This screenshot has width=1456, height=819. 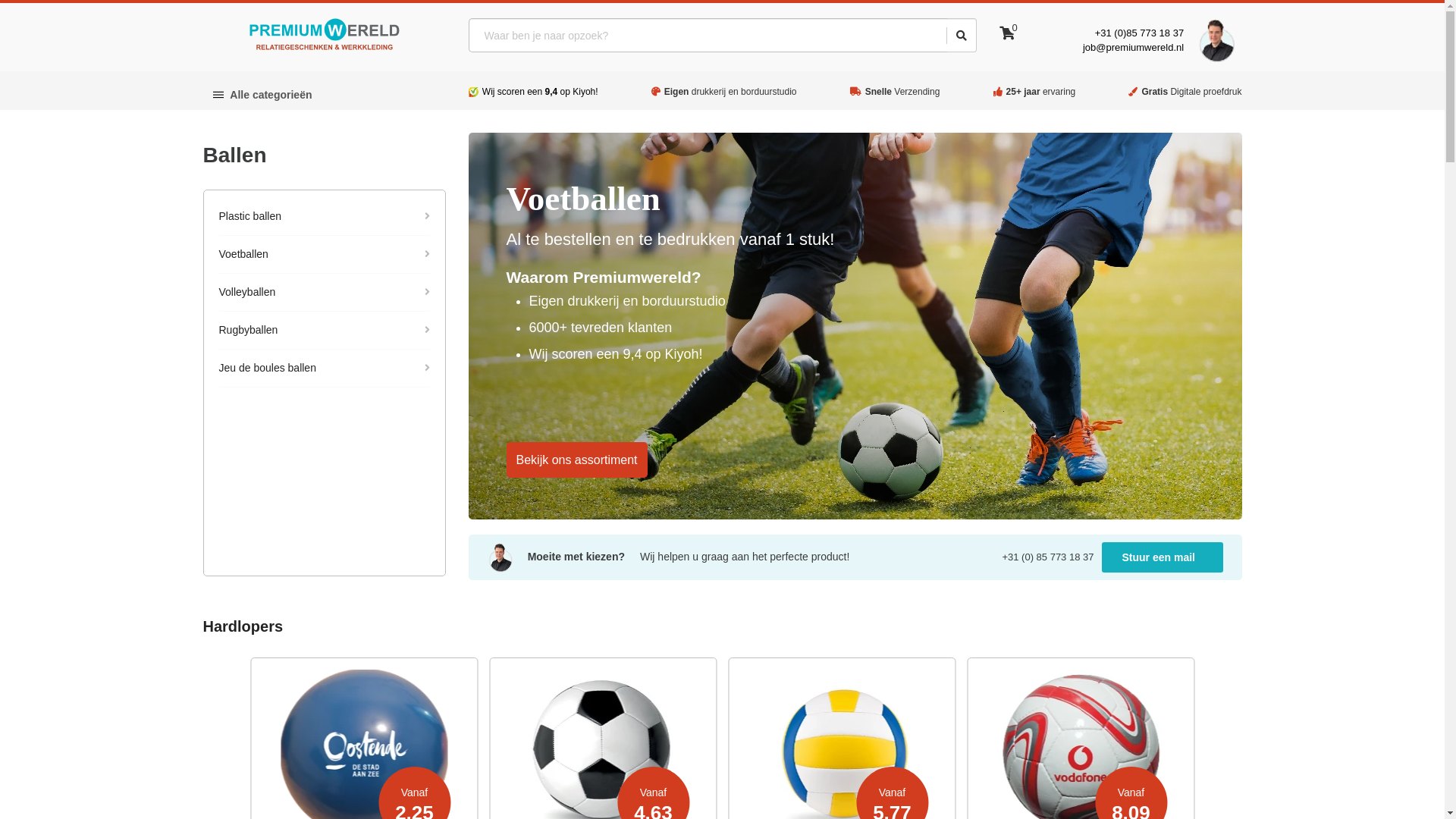 I want to click on 'Bekijk ons assortiment', so click(x=576, y=459).